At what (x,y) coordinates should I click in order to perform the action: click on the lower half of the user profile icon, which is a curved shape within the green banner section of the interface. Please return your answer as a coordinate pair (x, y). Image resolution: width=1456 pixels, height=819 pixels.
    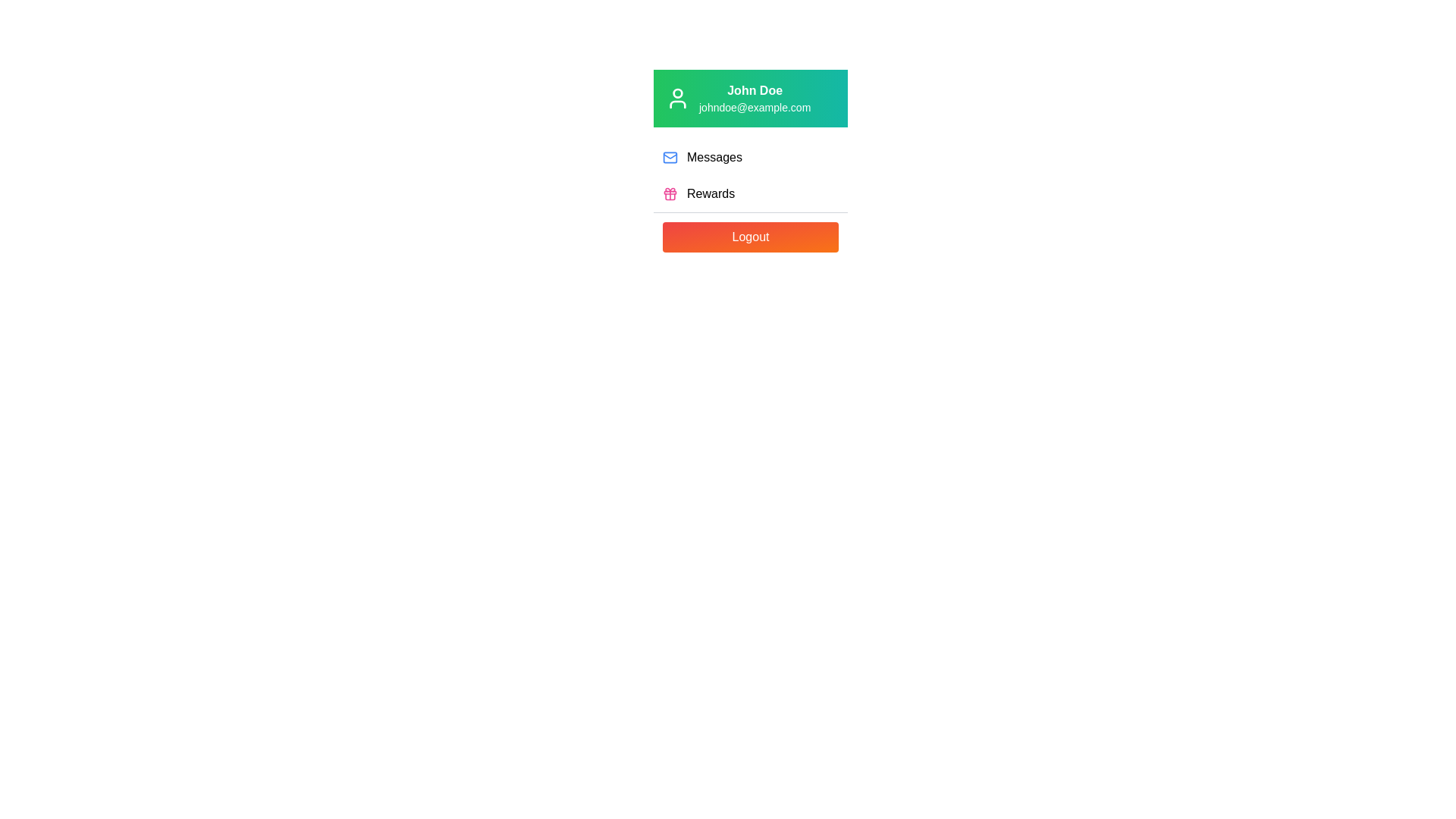
    Looking at the image, I should click on (676, 104).